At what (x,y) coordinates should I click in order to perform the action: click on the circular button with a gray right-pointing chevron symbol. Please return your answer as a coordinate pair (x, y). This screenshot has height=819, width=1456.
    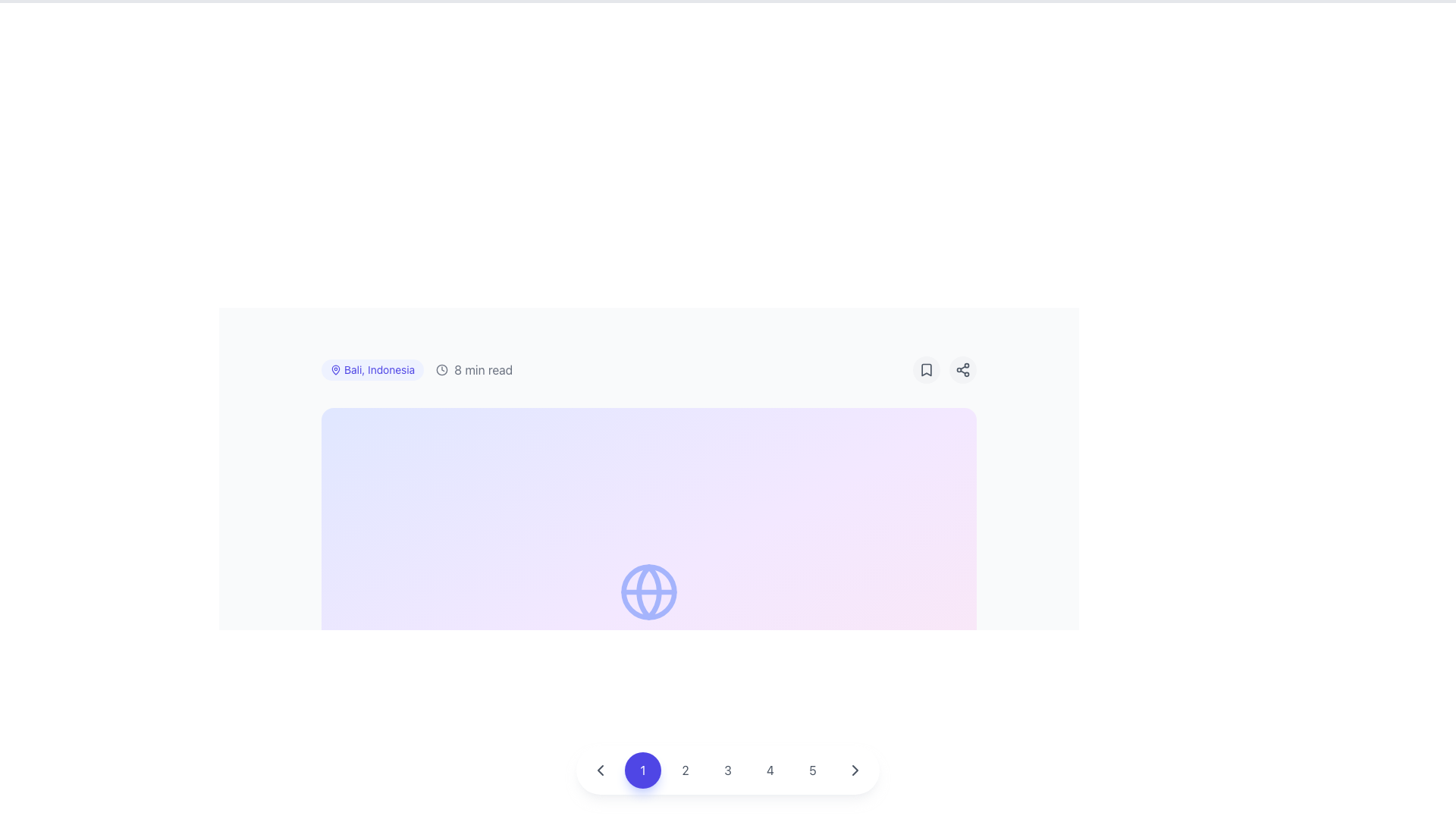
    Looking at the image, I should click on (855, 770).